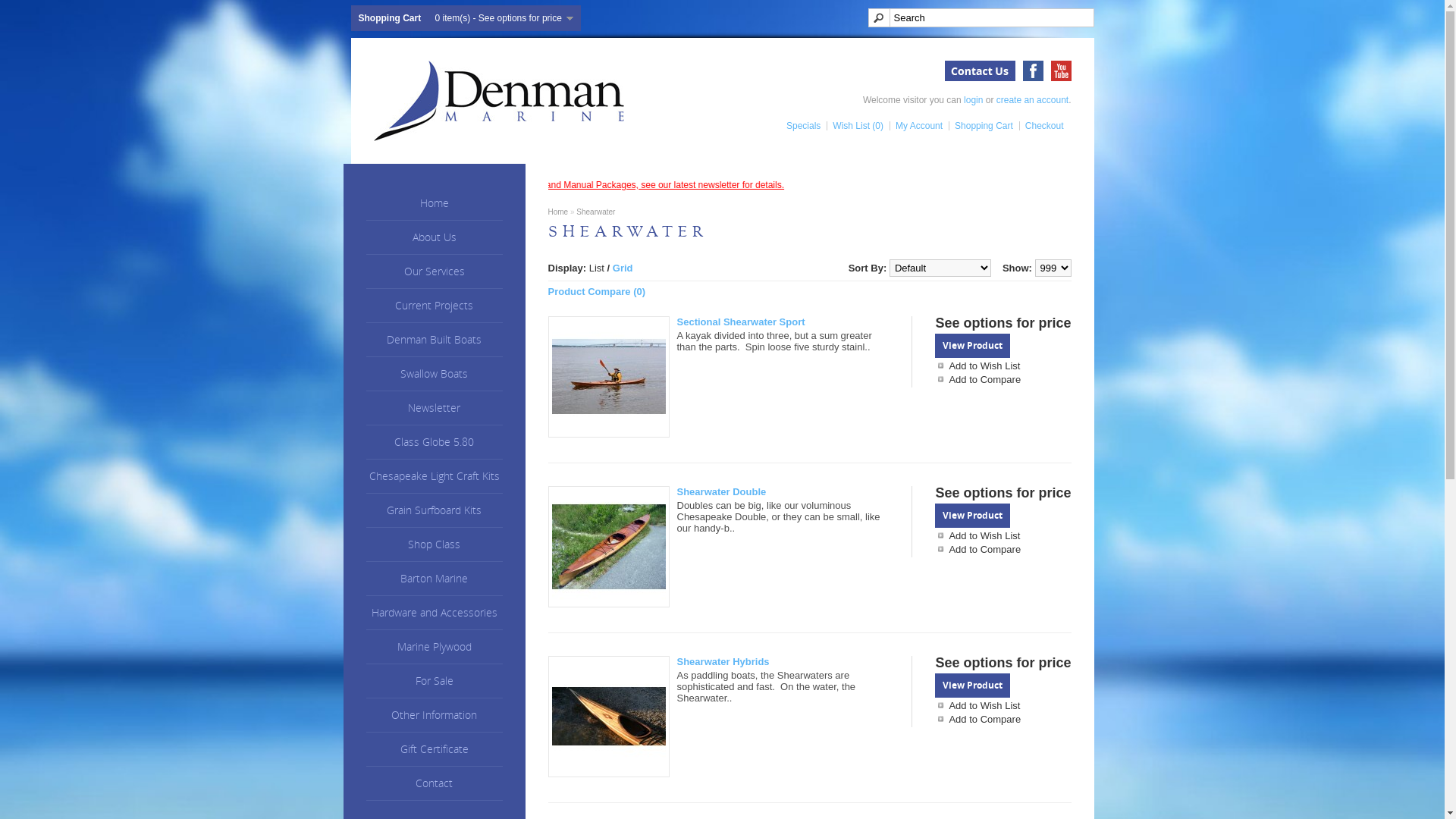 The height and width of the screenshot is (819, 1456). I want to click on 'Search', so click(980, 17).